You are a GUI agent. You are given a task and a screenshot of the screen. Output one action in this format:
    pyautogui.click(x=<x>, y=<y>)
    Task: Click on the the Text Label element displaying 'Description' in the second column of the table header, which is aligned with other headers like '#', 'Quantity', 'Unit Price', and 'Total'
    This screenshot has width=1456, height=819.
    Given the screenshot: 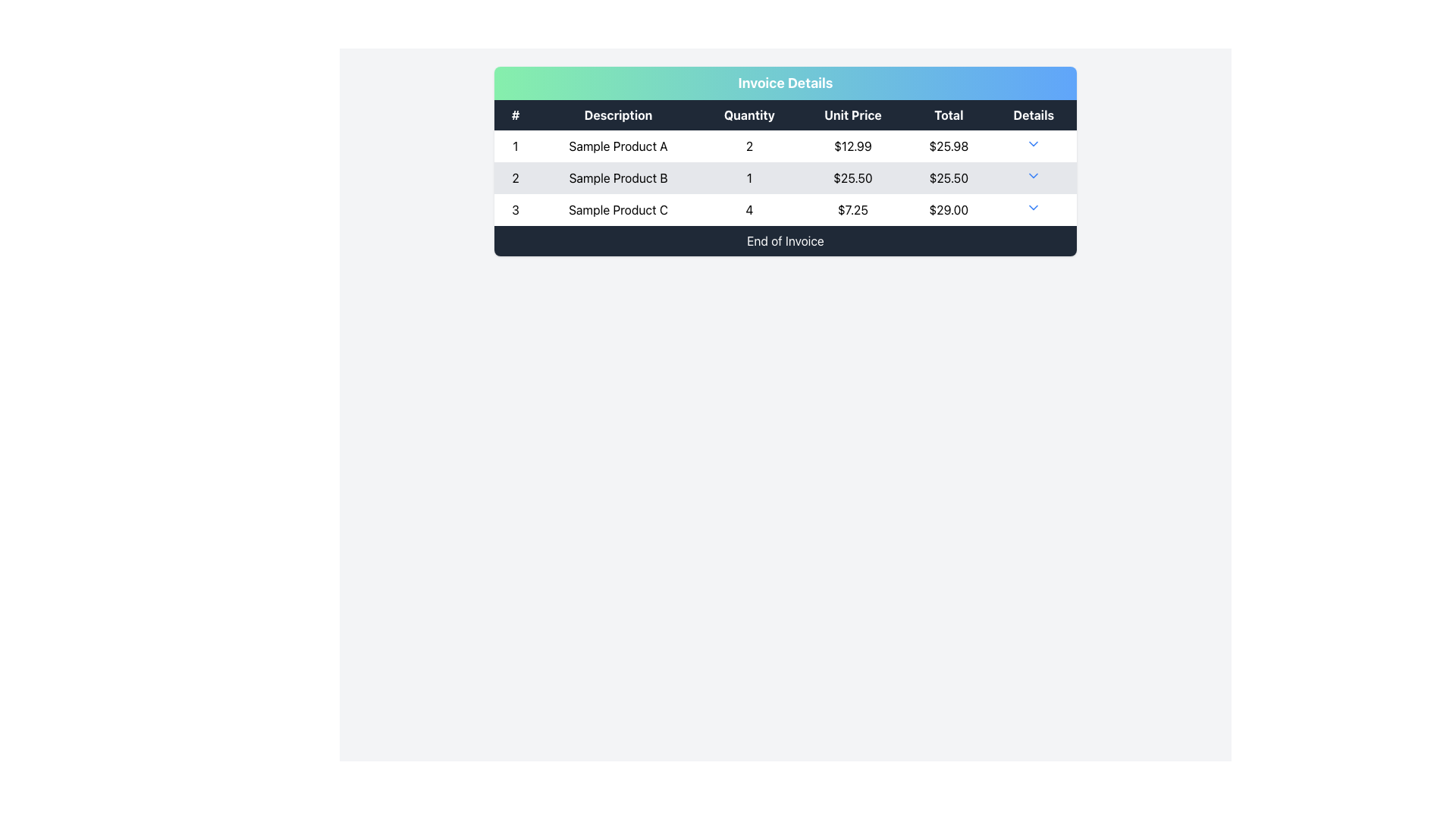 What is the action you would take?
    pyautogui.click(x=618, y=114)
    